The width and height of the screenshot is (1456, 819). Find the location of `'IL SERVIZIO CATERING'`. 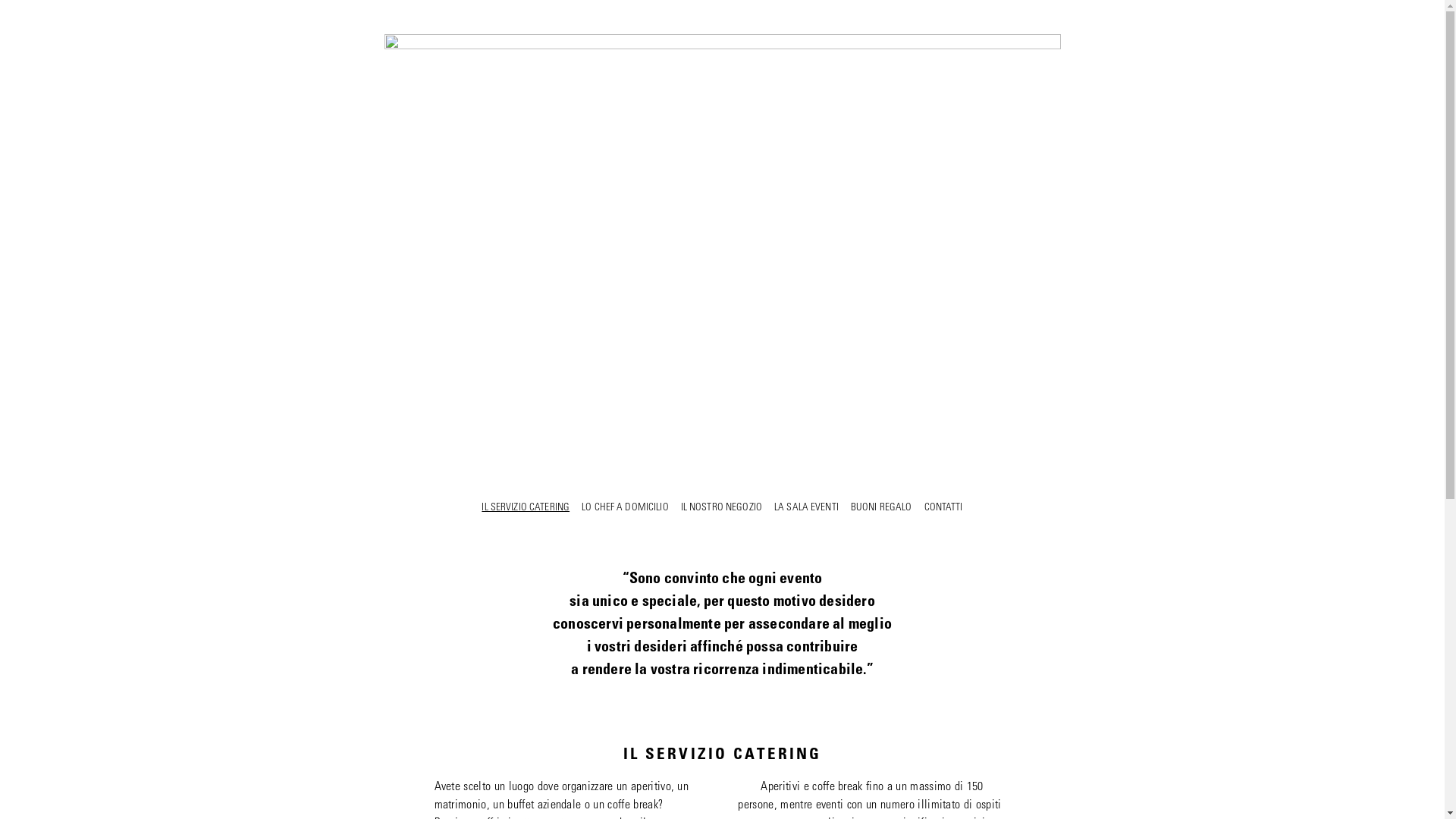

'IL SERVIZIO CATERING' is located at coordinates (525, 508).